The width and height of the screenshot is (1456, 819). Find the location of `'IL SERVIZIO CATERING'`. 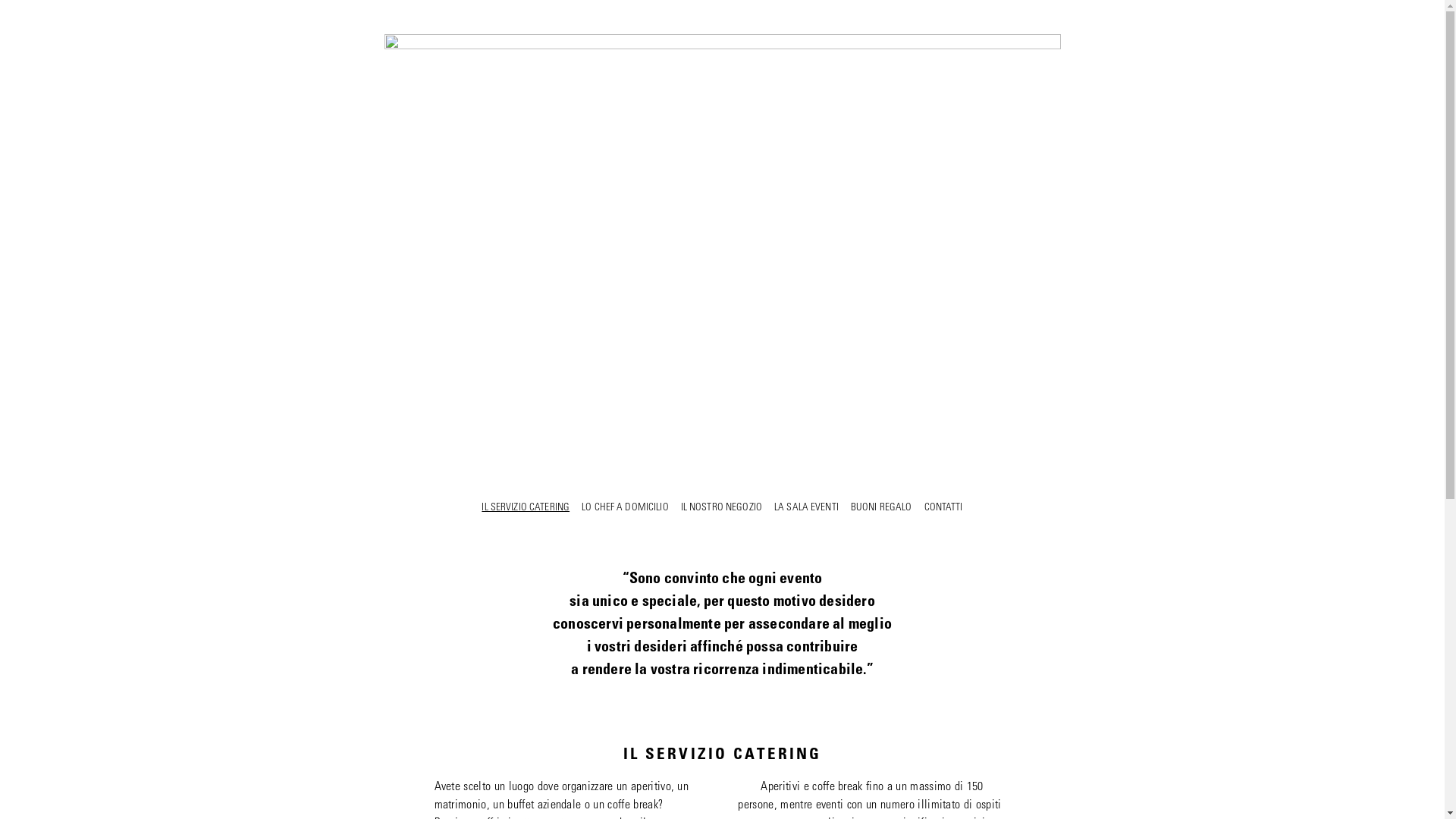

'IL SERVIZIO CATERING' is located at coordinates (525, 508).